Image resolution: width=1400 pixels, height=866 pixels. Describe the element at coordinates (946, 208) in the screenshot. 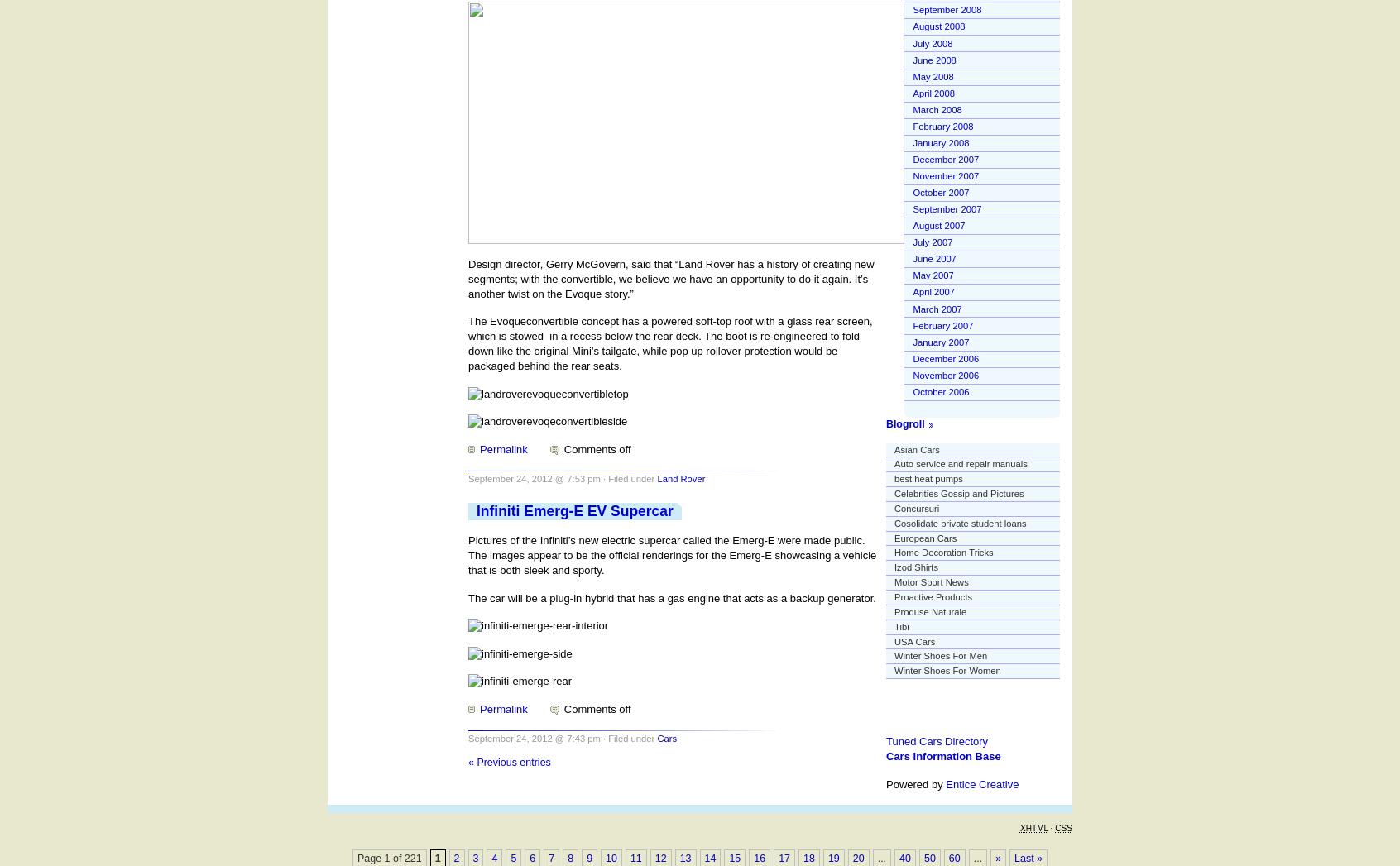

I see `'September 2007'` at that location.